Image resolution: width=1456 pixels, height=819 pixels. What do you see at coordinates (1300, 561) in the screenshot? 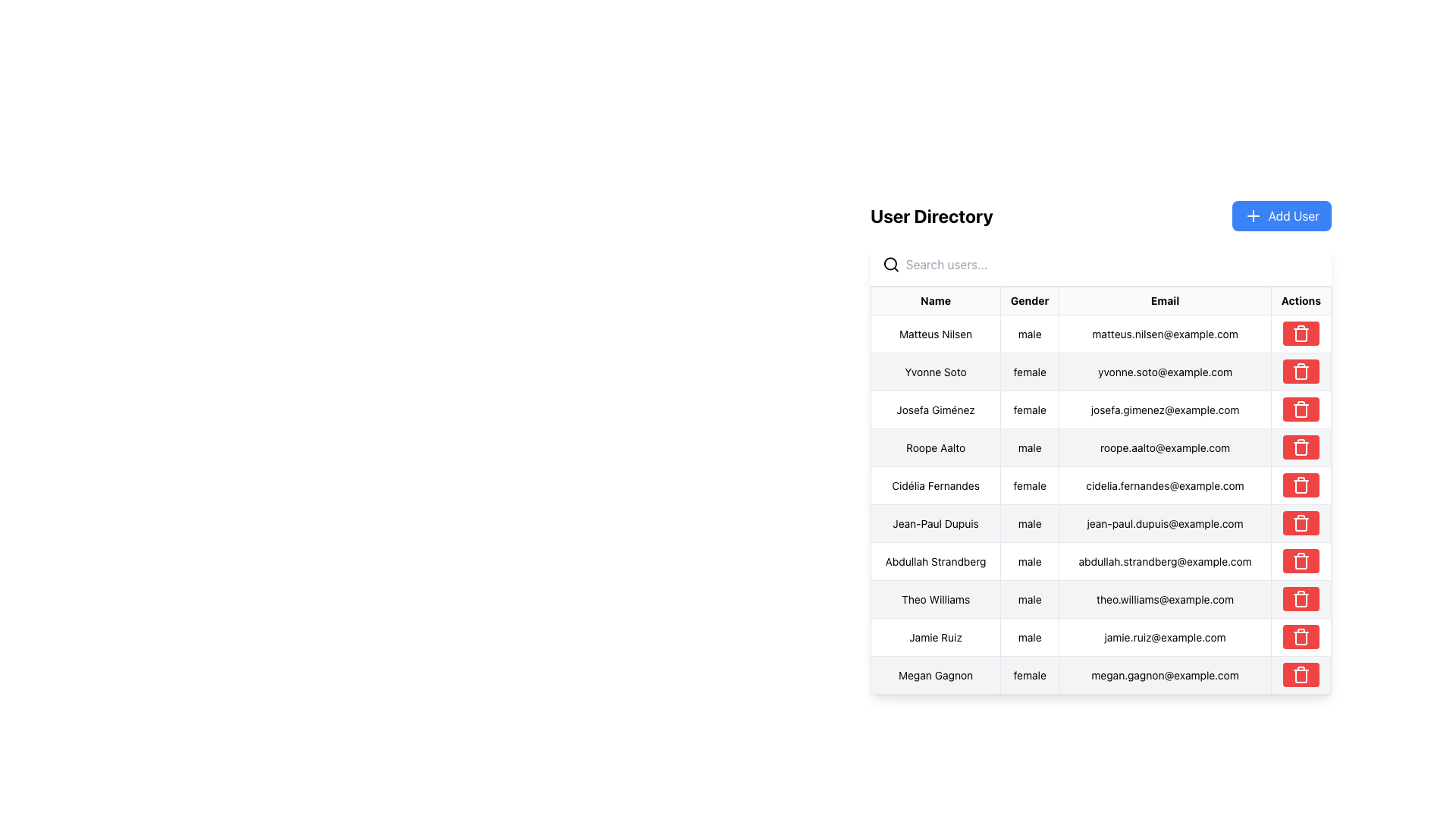
I see `the trash bin icon button in the Actions column of the user directory` at bounding box center [1300, 561].